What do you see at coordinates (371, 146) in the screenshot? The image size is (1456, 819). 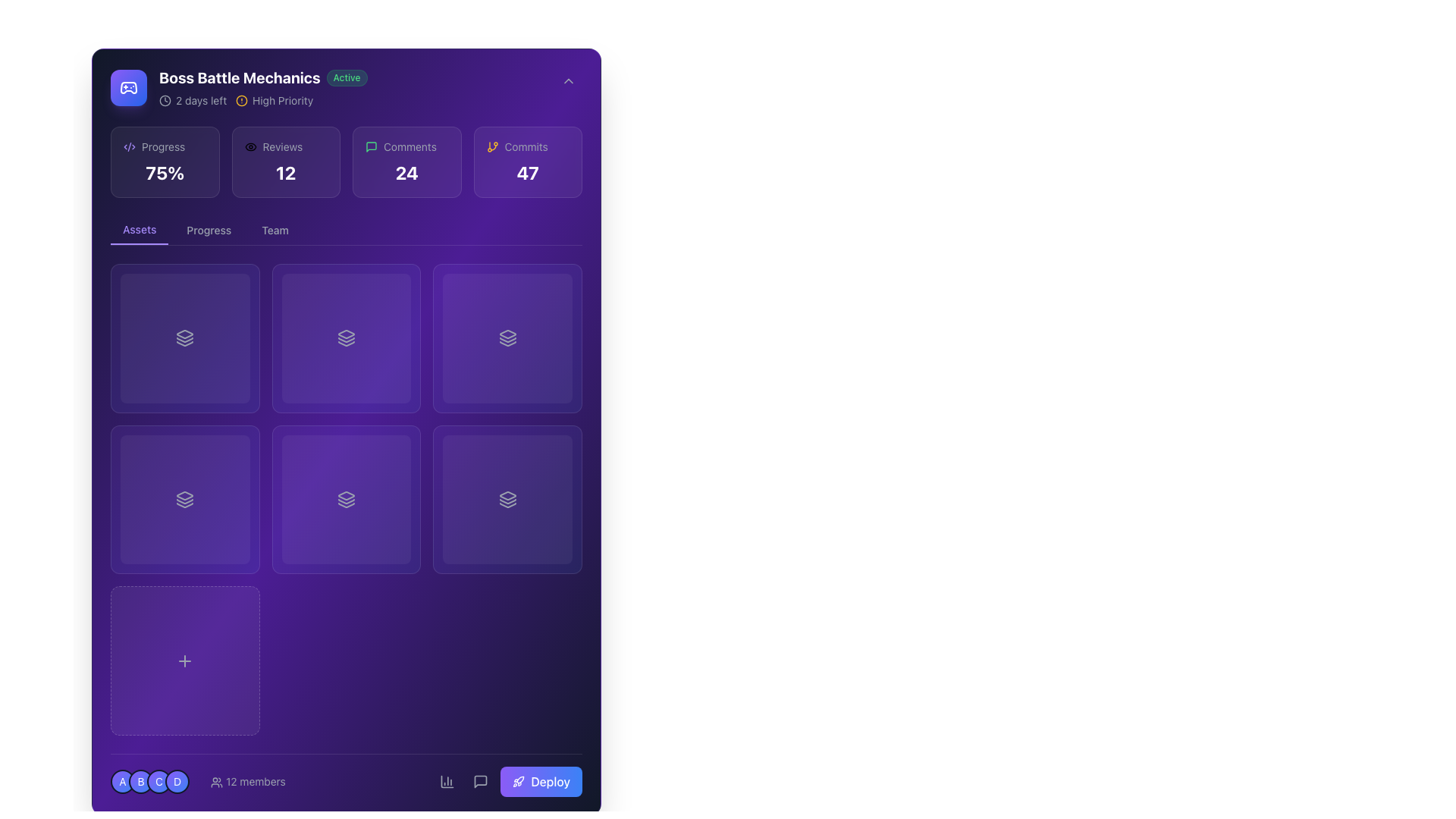 I see `the speech bubble icon, which is located to the left of the comment count '24' in the 'Comments' section` at bounding box center [371, 146].